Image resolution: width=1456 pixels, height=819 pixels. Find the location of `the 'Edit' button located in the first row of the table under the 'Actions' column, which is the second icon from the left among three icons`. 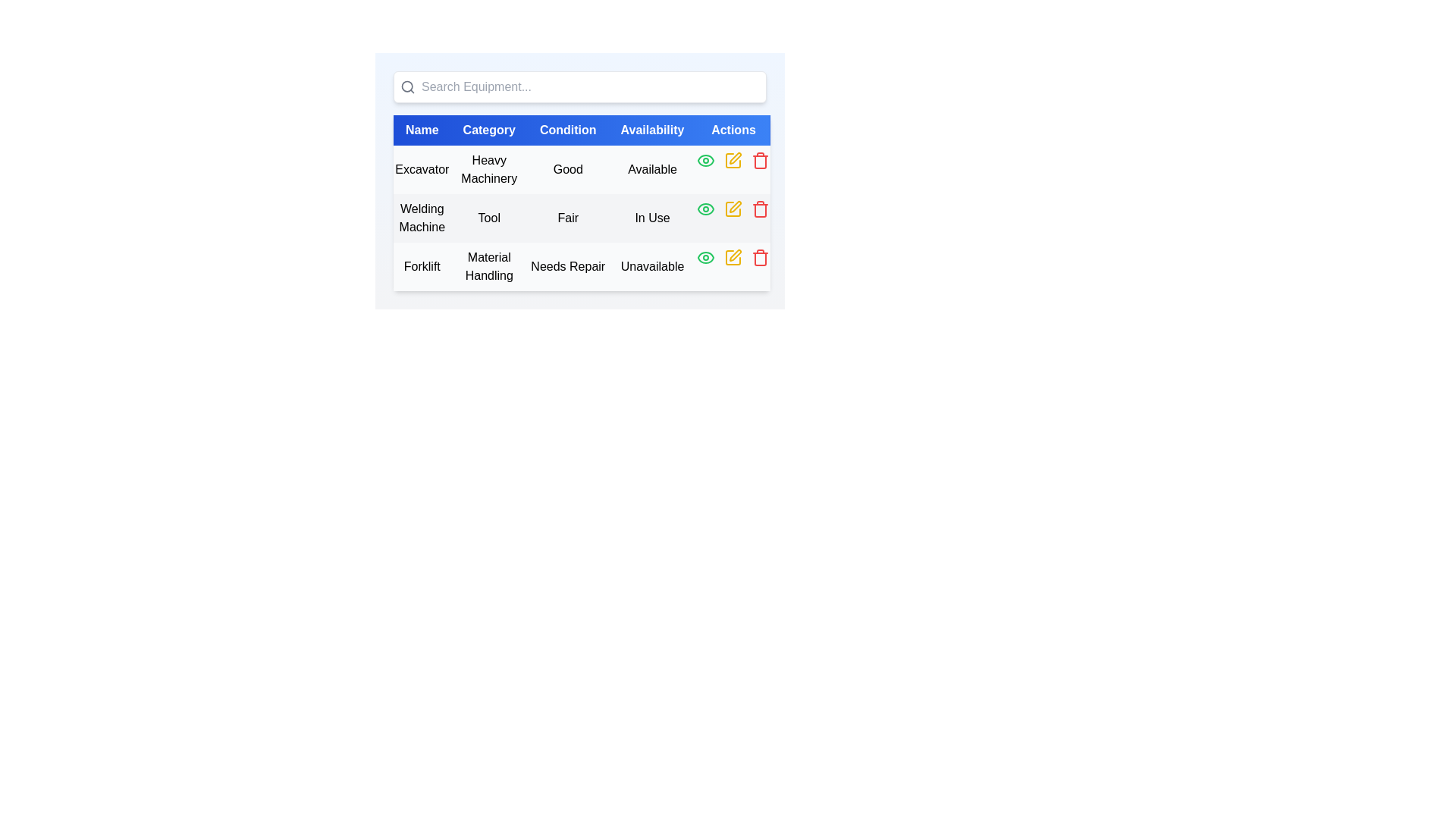

the 'Edit' button located in the first row of the table under the 'Actions' column, which is the second icon from the left among three icons is located at coordinates (733, 161).